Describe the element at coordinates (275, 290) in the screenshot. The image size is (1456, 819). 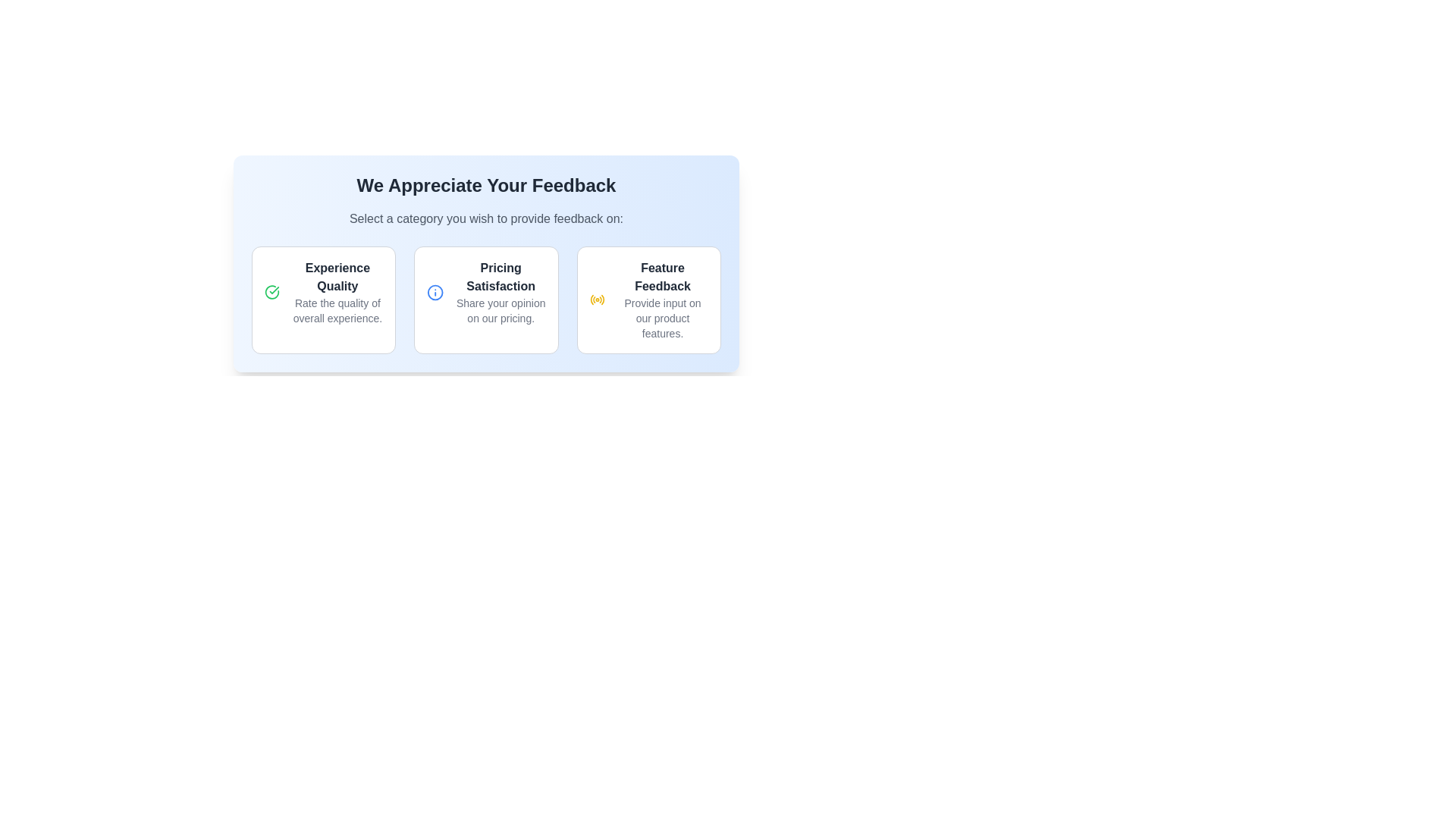
I see `the icon indicating successful or selected status within the 'Experience Quality' feedback option on the left-hand side` at that location.